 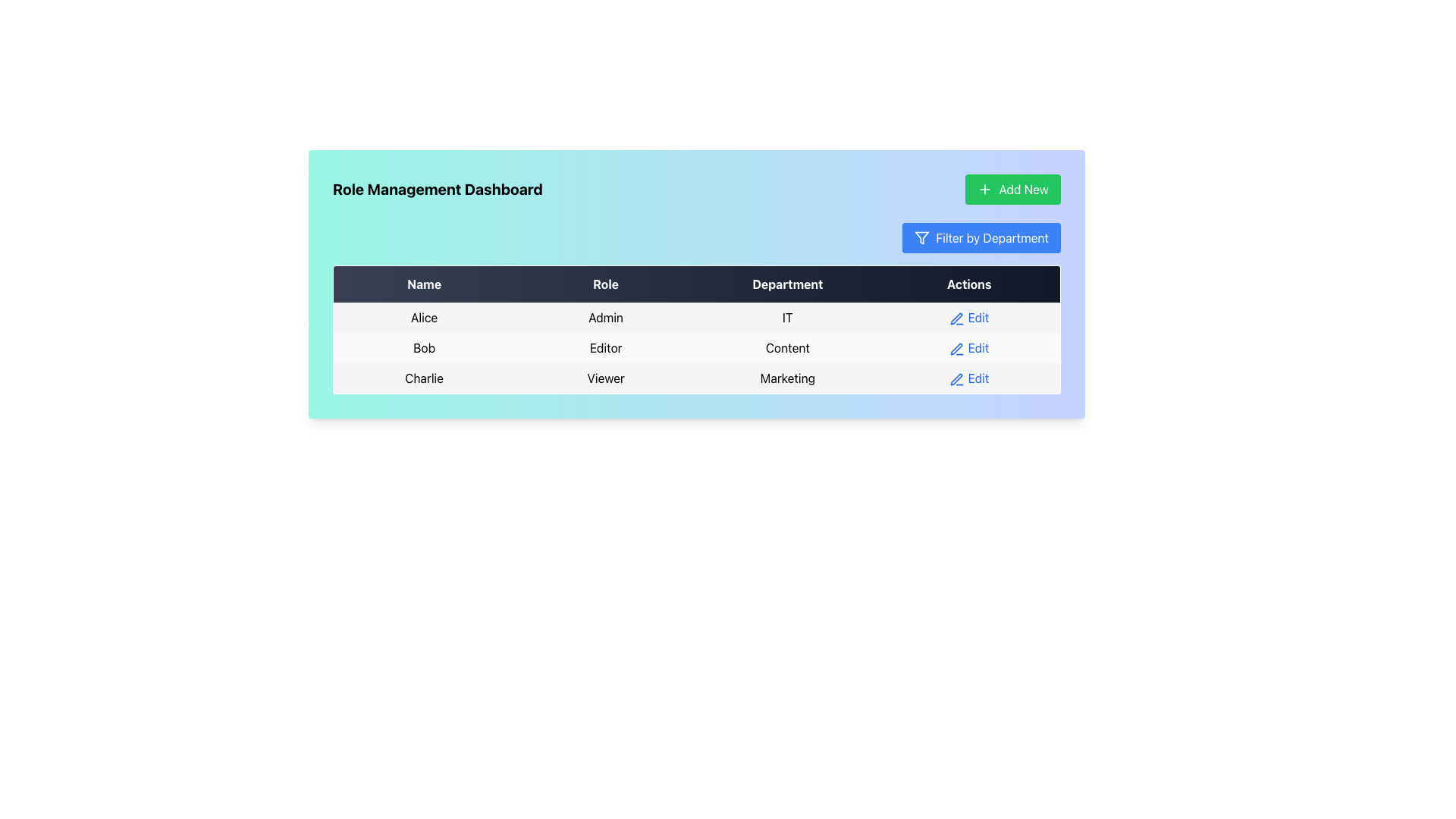 I want to click on the SVG icon representing the filtering feature located within the blue button labeled 'Filter by Department', so click(x=921, y=237).